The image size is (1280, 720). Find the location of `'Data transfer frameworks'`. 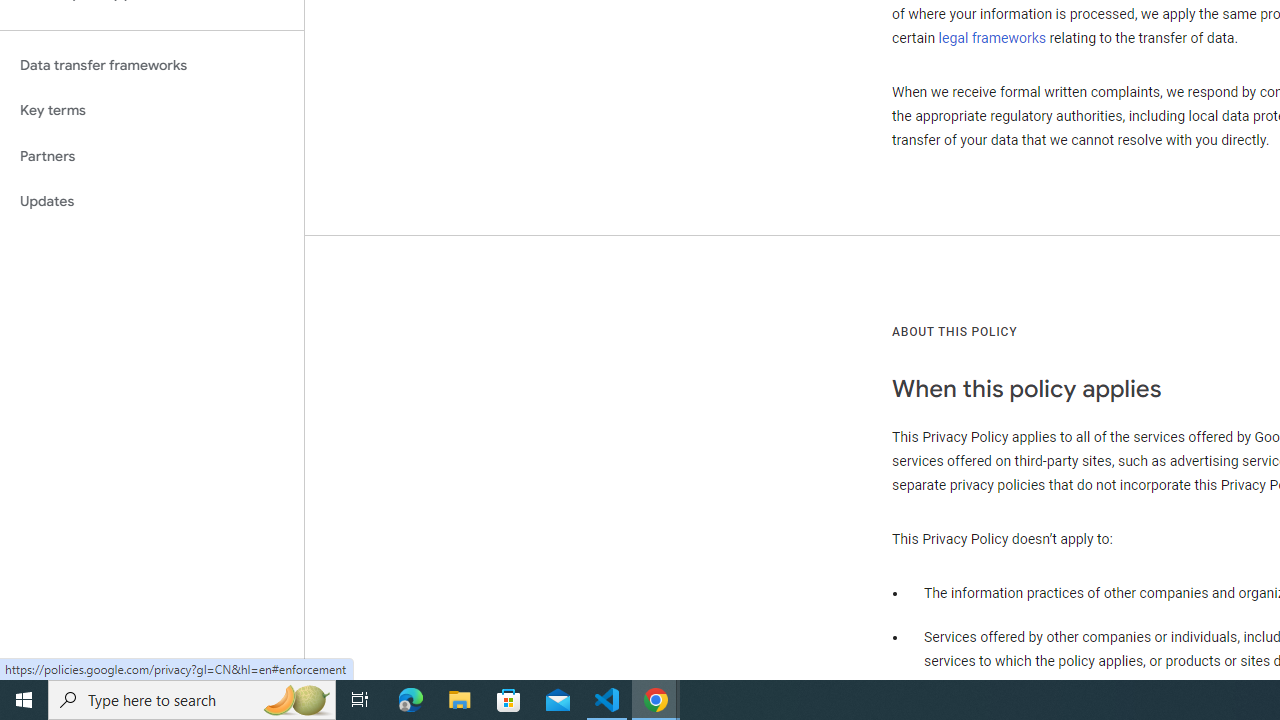

'Data transfer frameworks' is located at coordinates (151, 64).